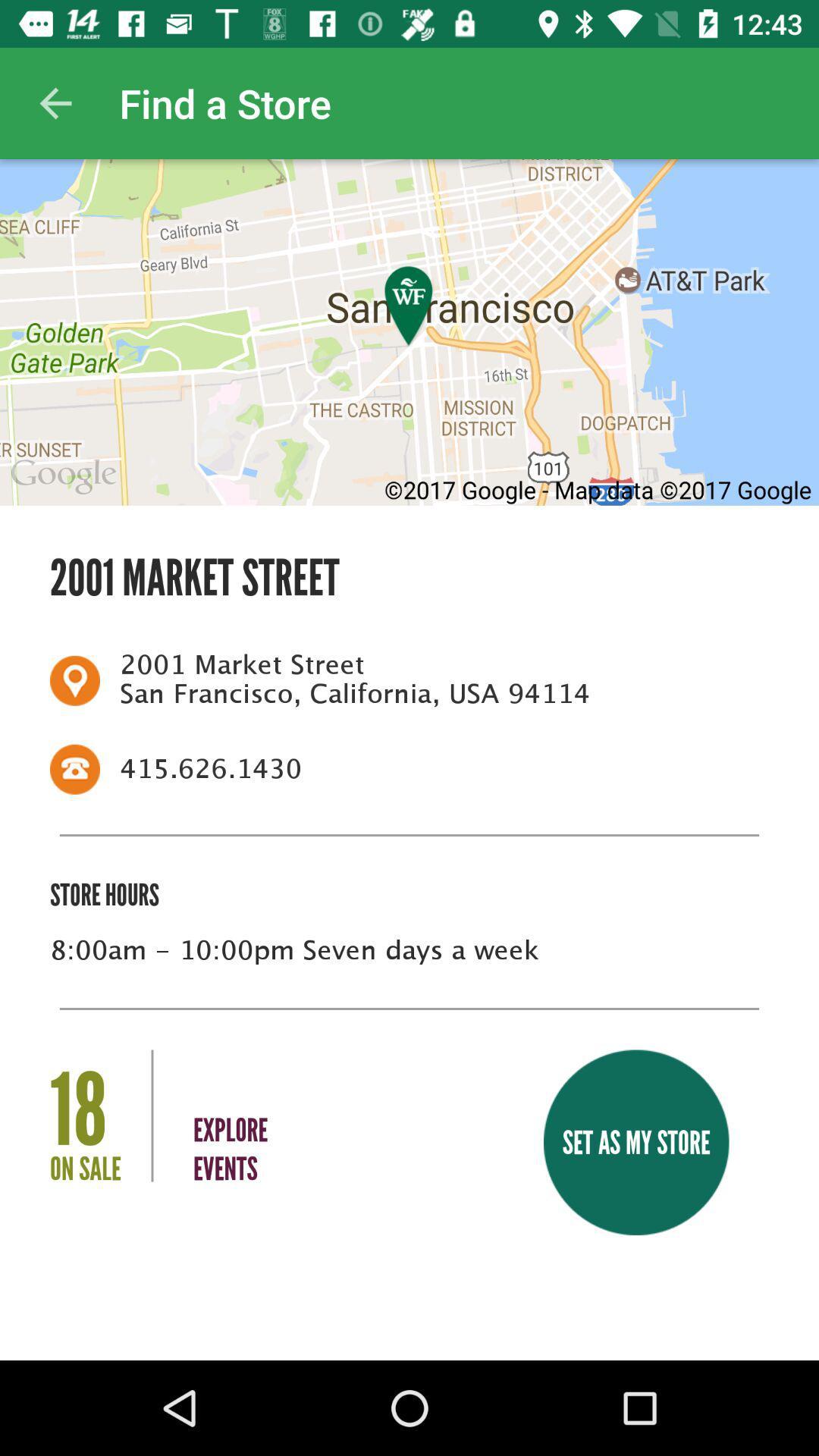 The height and width of the screenshot is (1456, 819). I want to click on the 415.626.1430, so click(435, 769).